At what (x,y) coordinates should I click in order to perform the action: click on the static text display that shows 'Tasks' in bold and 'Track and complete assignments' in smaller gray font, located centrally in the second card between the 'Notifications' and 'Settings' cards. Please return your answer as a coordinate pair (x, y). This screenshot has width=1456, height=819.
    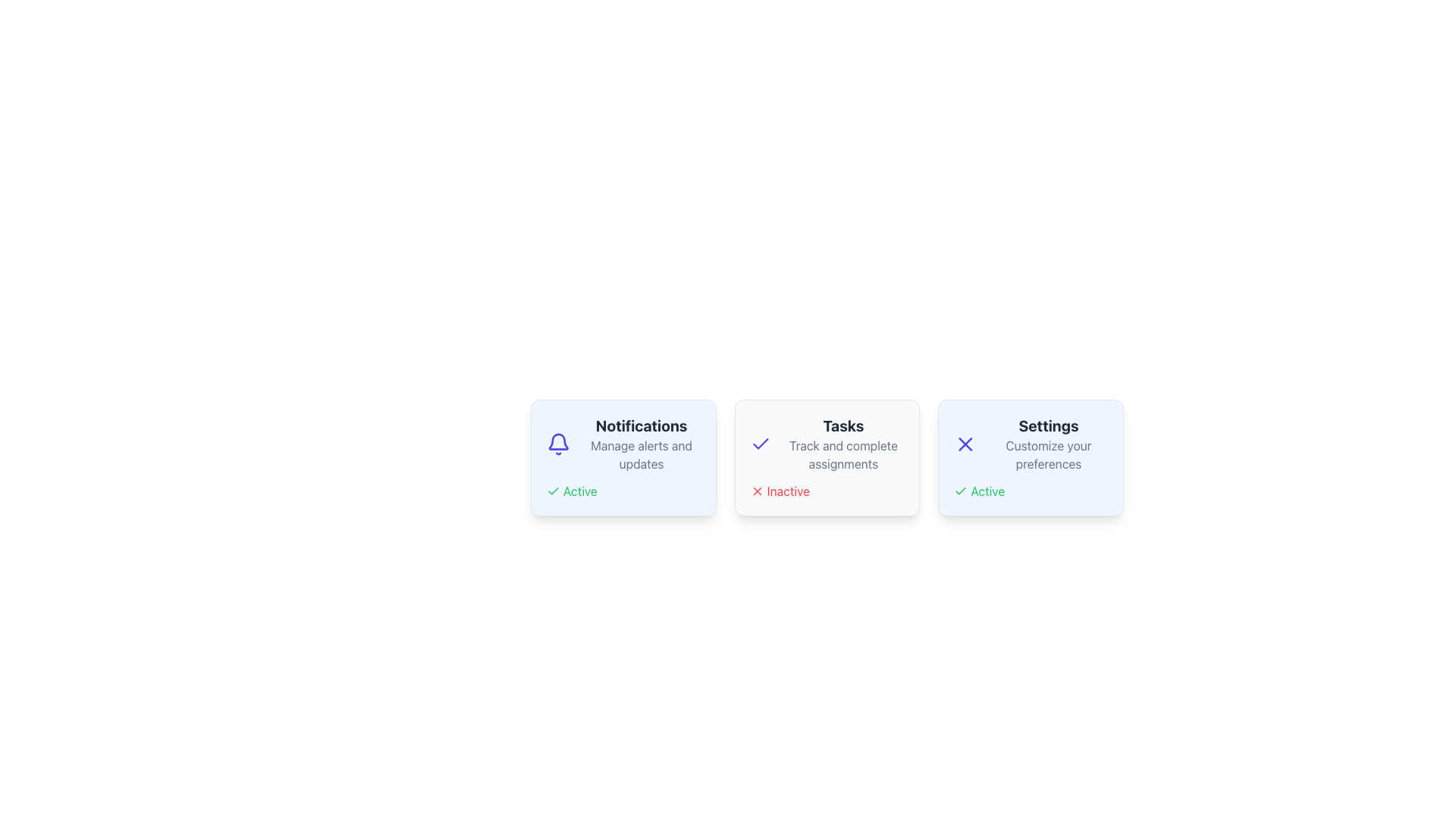
    Looking at the image, I should click on (826, 444).